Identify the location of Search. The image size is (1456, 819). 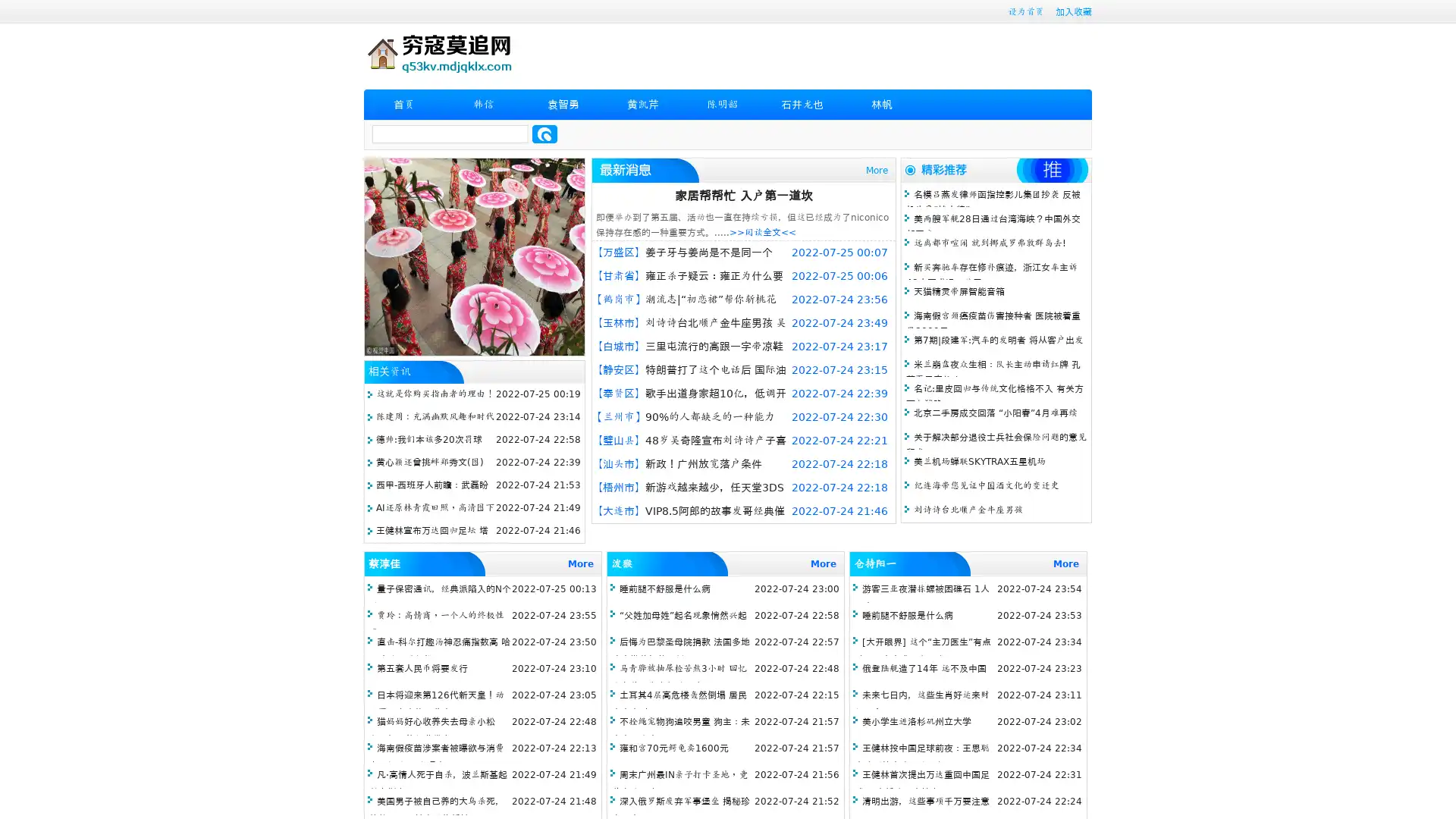
(544, 133).